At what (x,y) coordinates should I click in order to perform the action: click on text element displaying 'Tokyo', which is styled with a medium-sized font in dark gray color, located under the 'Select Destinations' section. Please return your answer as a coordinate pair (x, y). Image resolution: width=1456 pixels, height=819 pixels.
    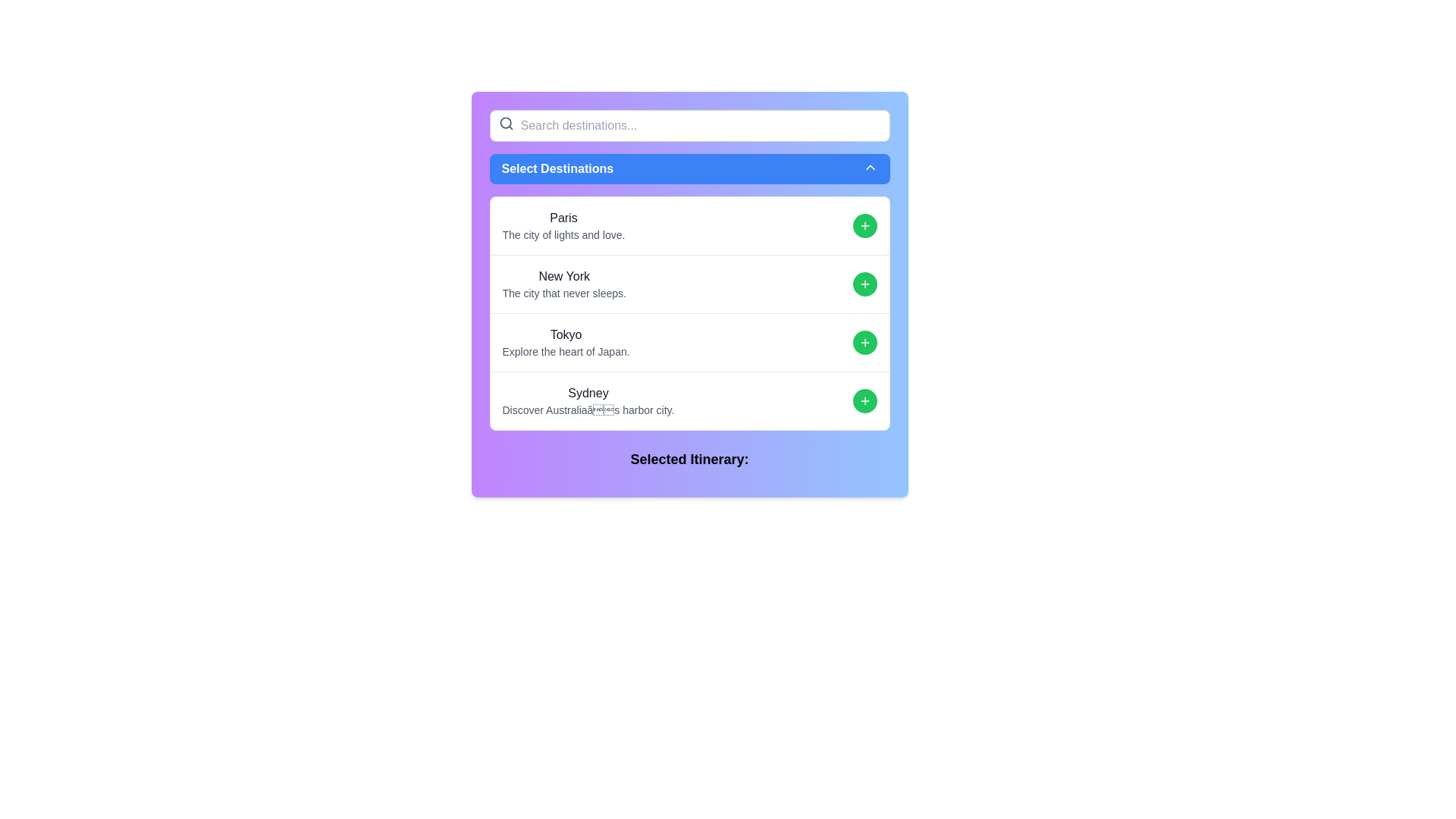
    Looking at the image, I should click on (565, 334).